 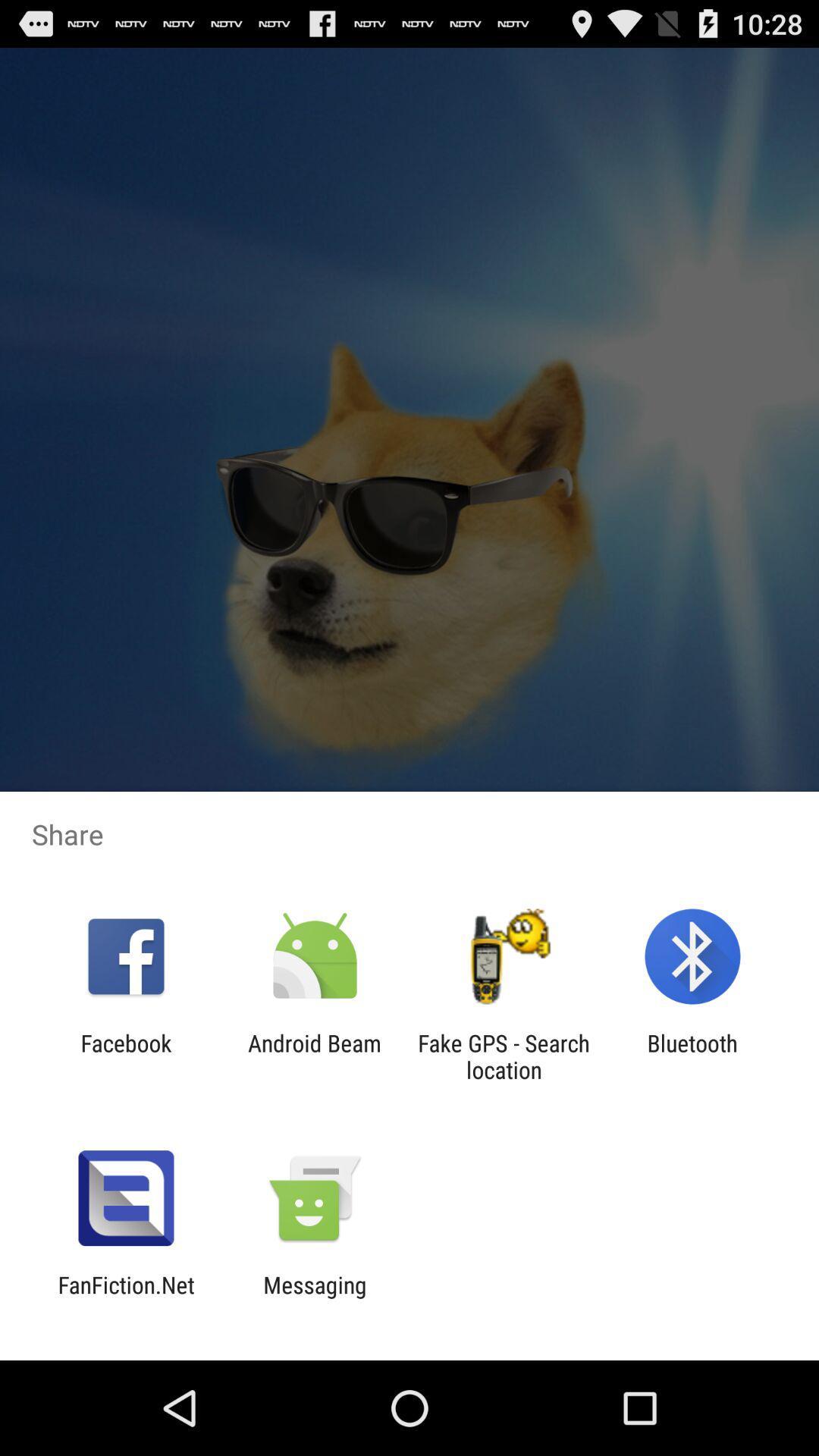 What do you see at coordinates (125, 1056) in the screenshot?
I see `the facebook` at bounding box center [125, 1056].